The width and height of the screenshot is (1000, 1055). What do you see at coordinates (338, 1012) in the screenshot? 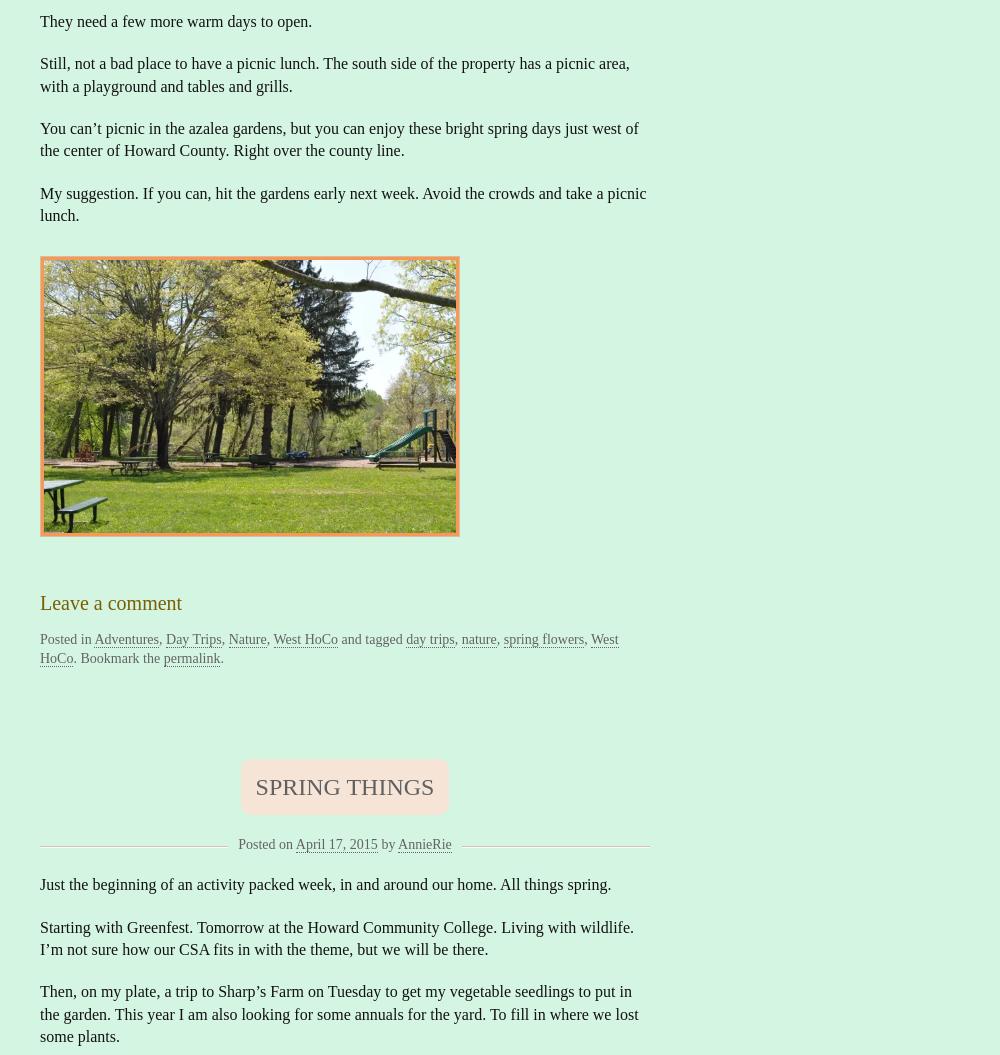
I see `'Then, on my plate, a trip to Sharp’s Farm on Tuesday to get my vegetable seedlings to put in the garden. This year I am also looking for some annuals for the yard. To fill in where we lost some plants.'` at bounding box center [338, 1012].